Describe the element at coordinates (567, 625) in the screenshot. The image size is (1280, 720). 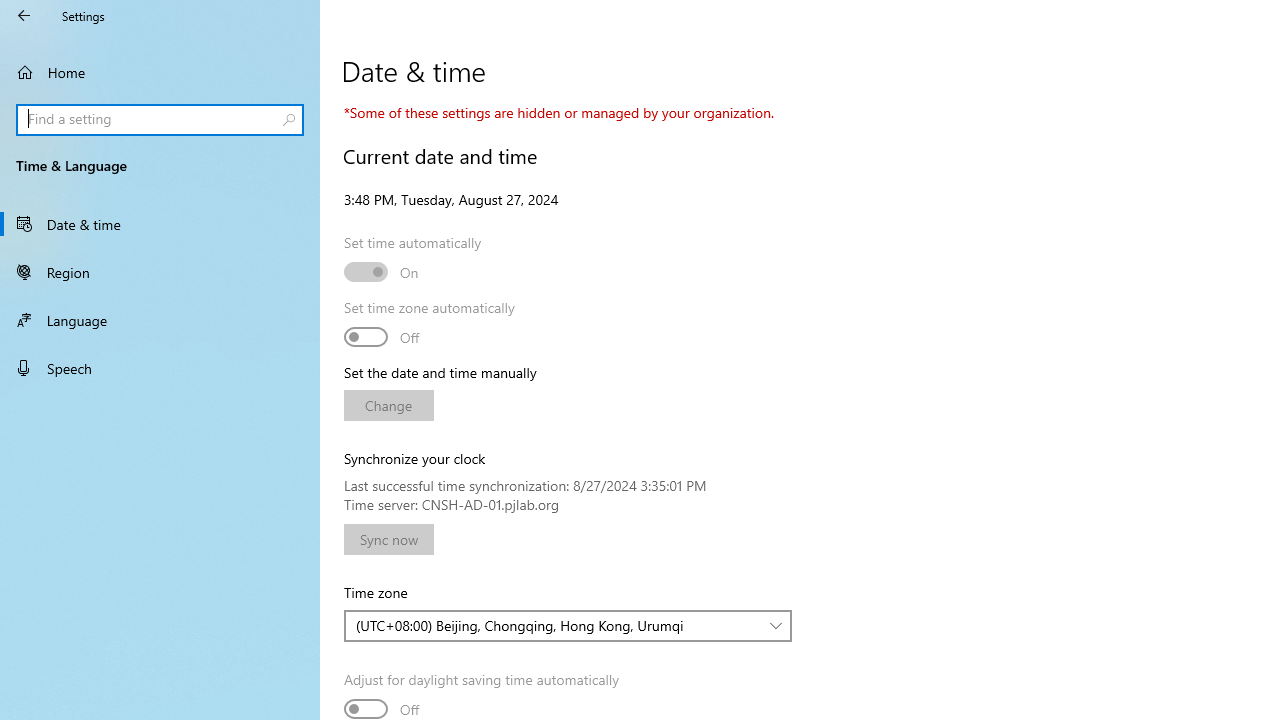
I see `'Time zone'` at that location.